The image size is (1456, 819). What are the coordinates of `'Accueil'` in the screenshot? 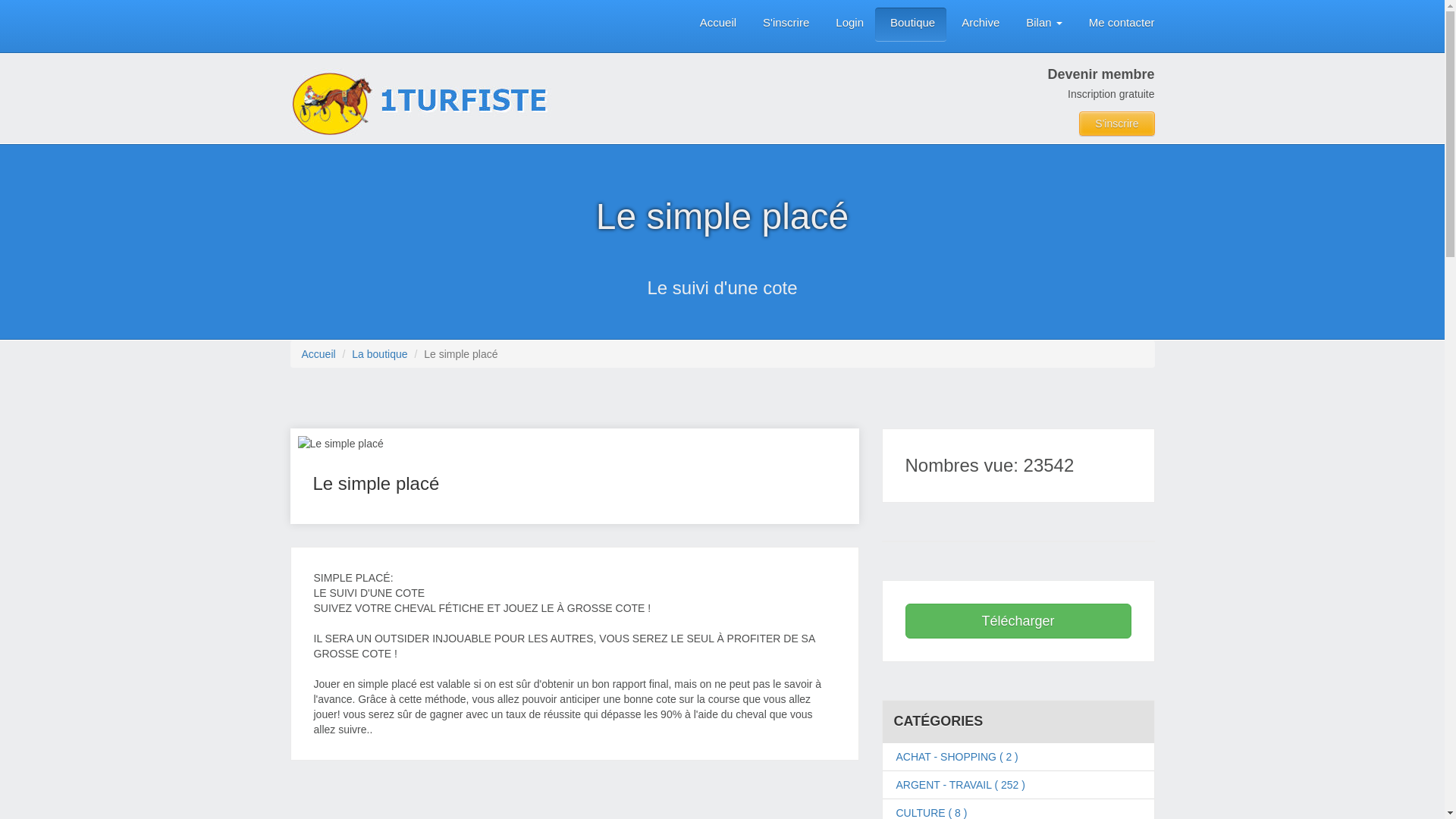 It's located at (318, 353).